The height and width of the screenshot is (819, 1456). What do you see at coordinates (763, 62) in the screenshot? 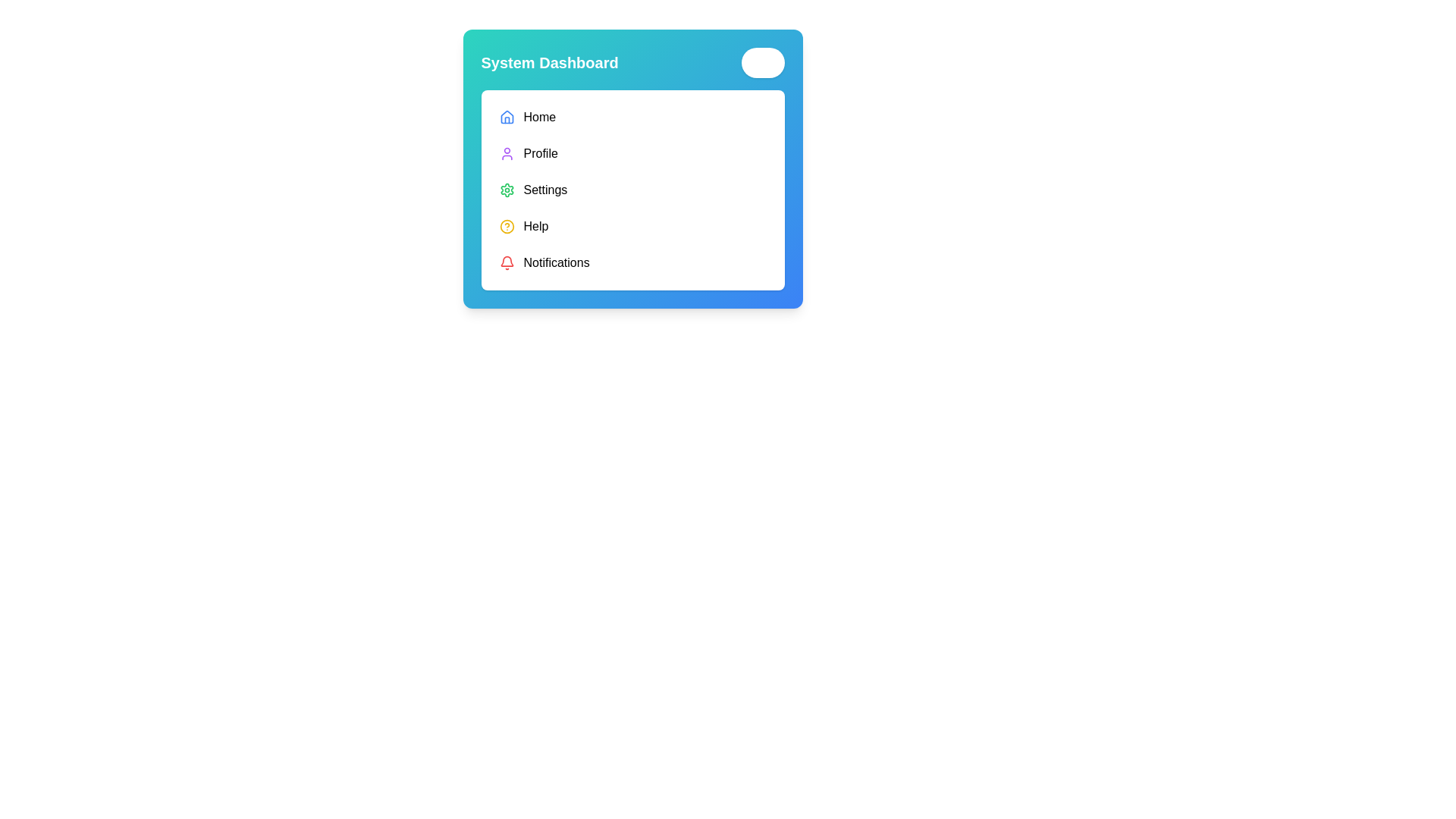
I see `the close button located at the upper-right corner of the module, next to the 'System Dashboard' title` at bounding box center [763, 62].